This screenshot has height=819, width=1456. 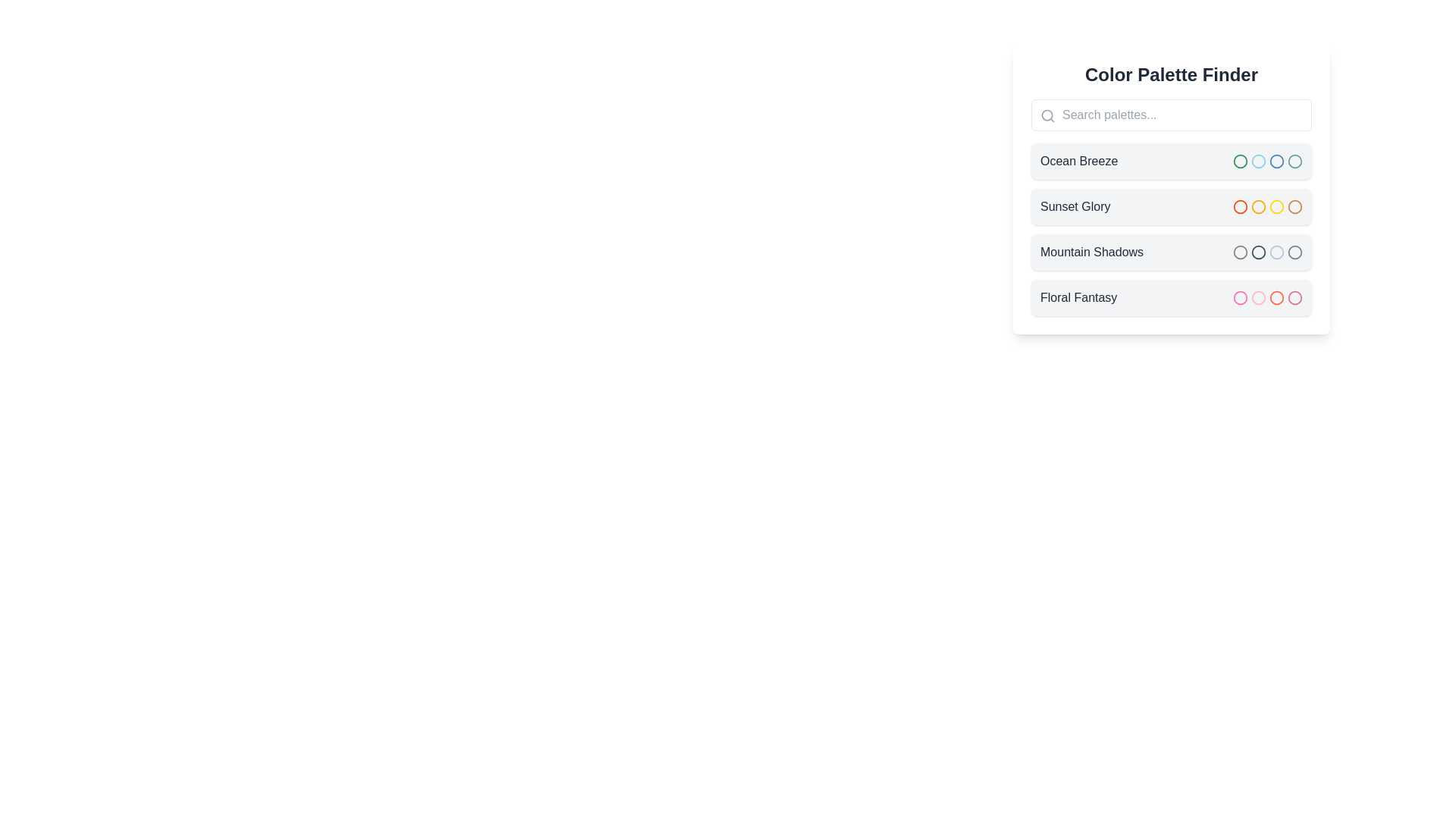 I want to click on the fourth circular icon in the Mountain Shadows color palette located on the right-side panel, so click(x=1294, y=251).